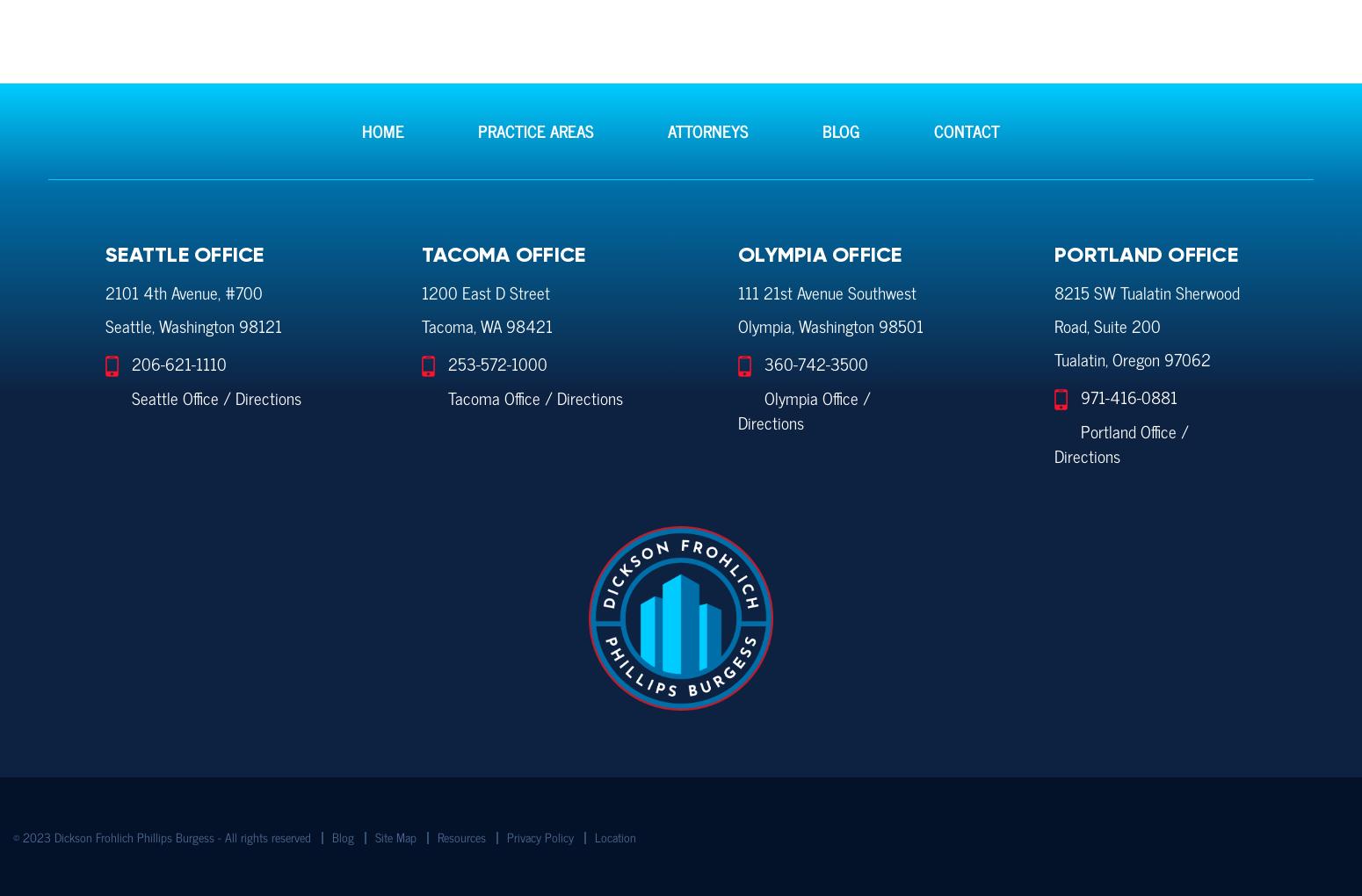 The image size is (1362, 896). I want to click on '360-', so click(780, 362).